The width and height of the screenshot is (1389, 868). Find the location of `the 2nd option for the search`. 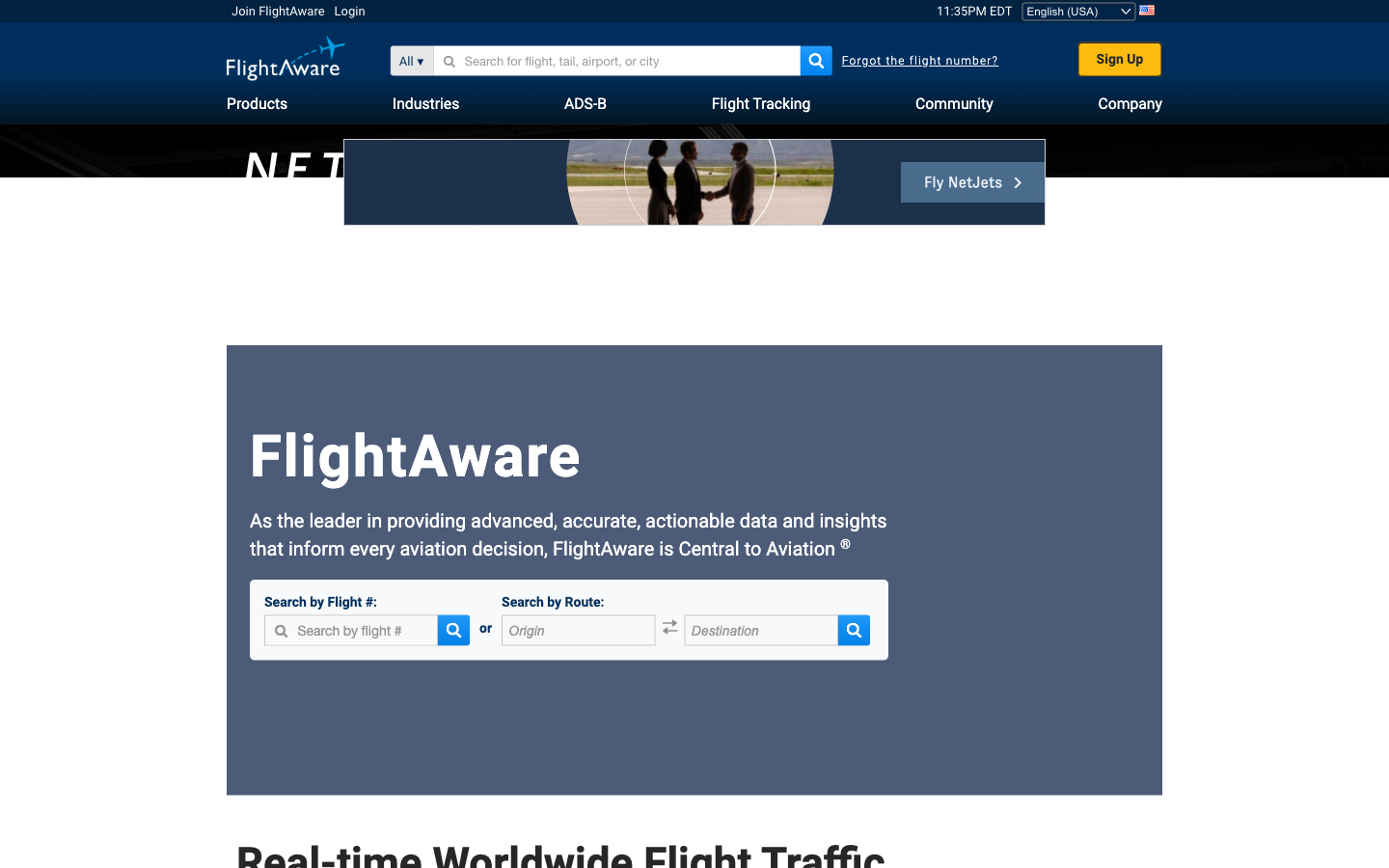

the 2nd option for the search is located at coordinates (457, 60).